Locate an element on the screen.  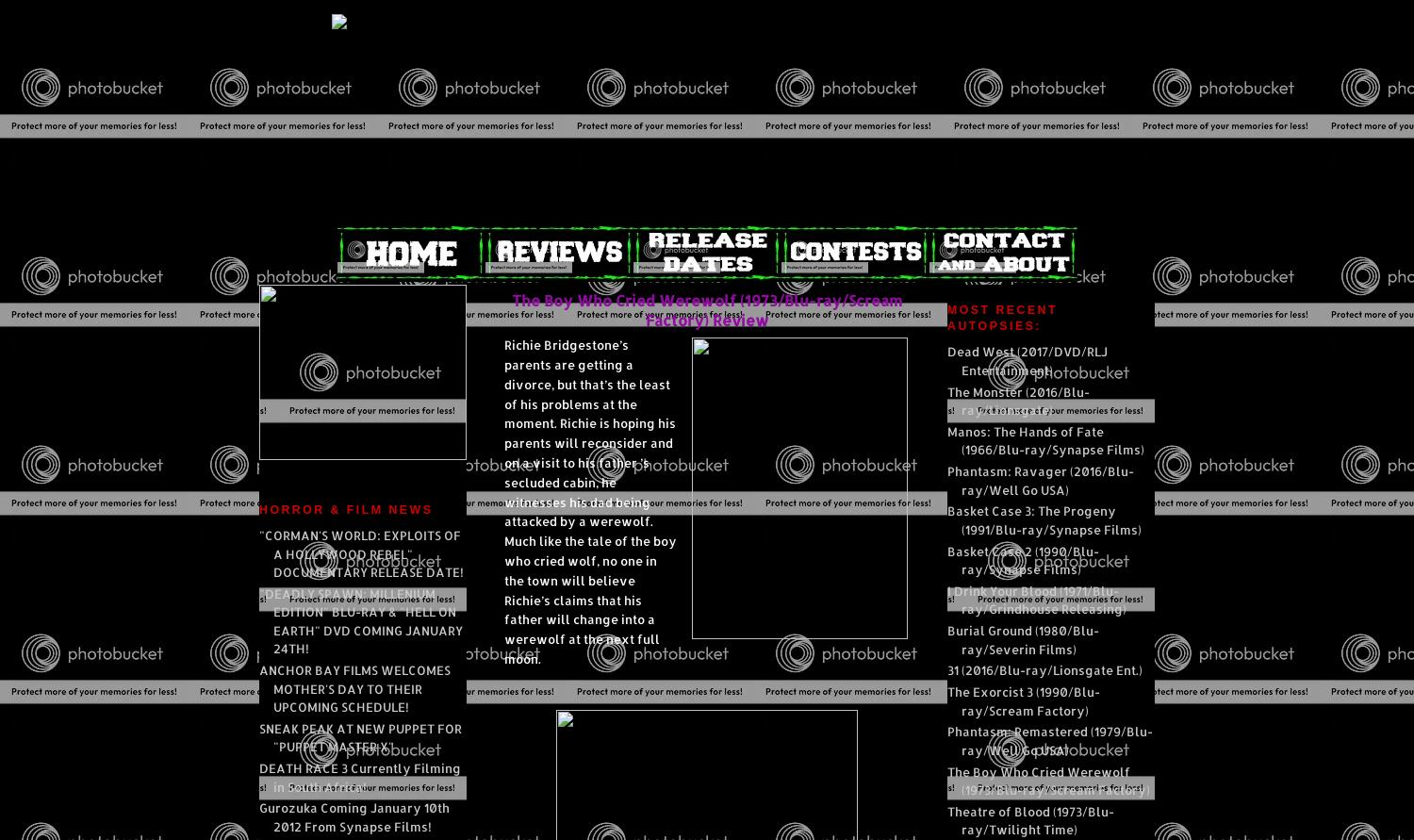
'Manos: The Hands of Fate (1966/Blu-ray/Synapse Films)' is located at coordinates (1044, 438).